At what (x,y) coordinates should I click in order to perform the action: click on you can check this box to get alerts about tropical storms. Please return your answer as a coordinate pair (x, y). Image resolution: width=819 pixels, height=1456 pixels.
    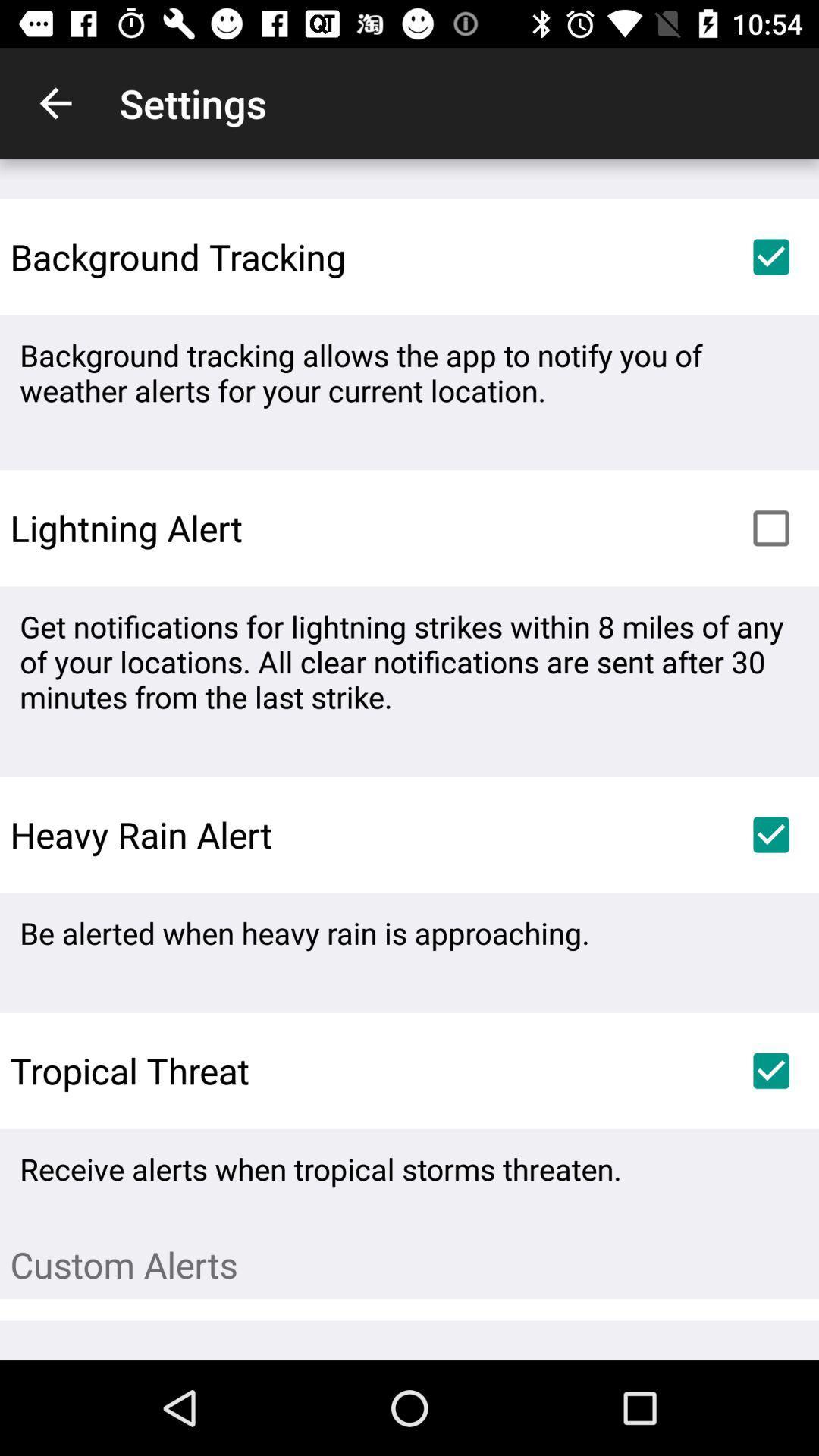
    Looking at the image, I should click on (771, 1070).